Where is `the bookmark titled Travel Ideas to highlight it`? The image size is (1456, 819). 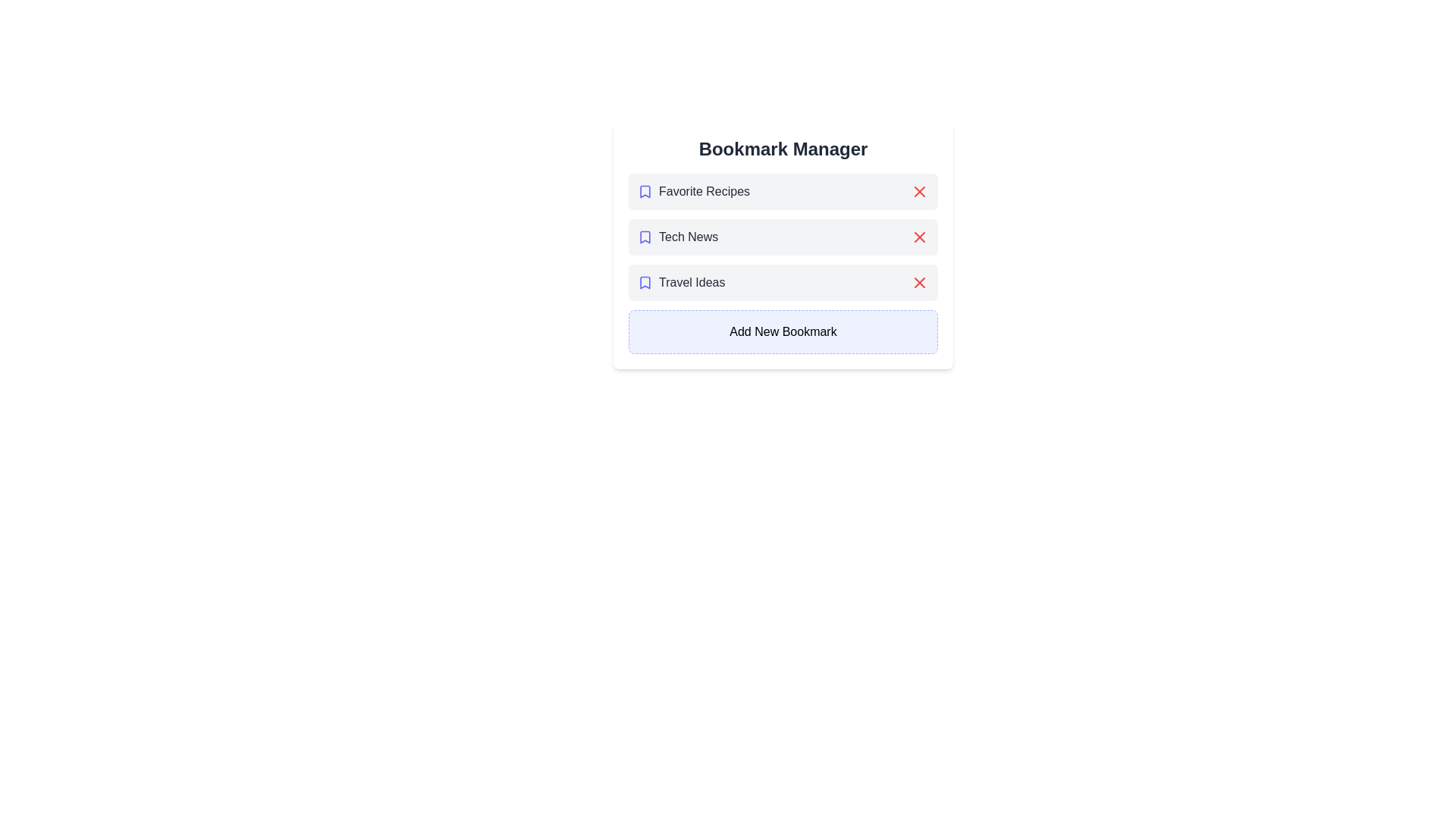
the bookmark titled Travel Ideas to highlight it is located at coordinates (783, 283).